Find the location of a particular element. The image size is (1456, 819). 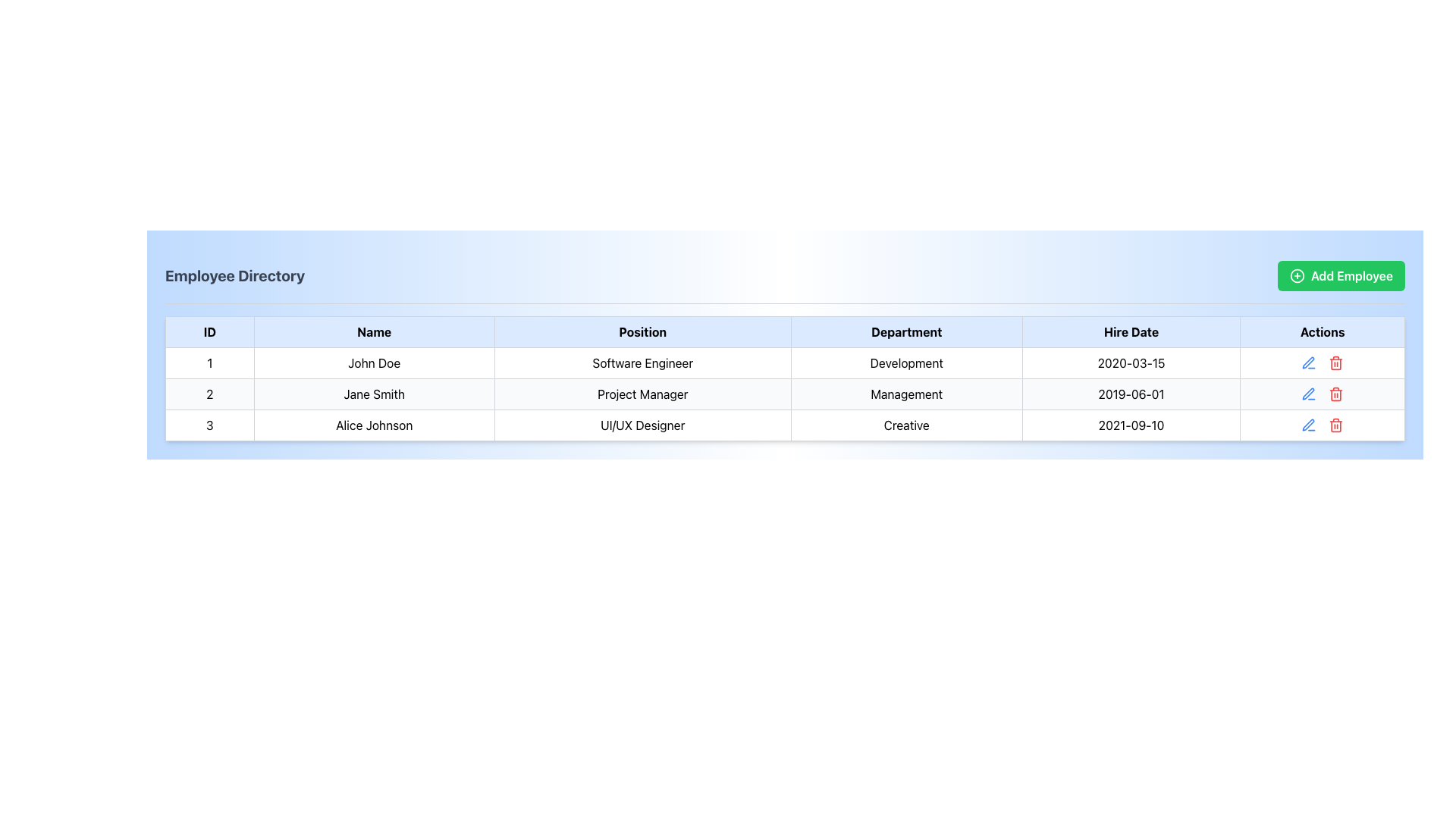

the 'Department' table header to sort the column is located at coordinates (906, 331).